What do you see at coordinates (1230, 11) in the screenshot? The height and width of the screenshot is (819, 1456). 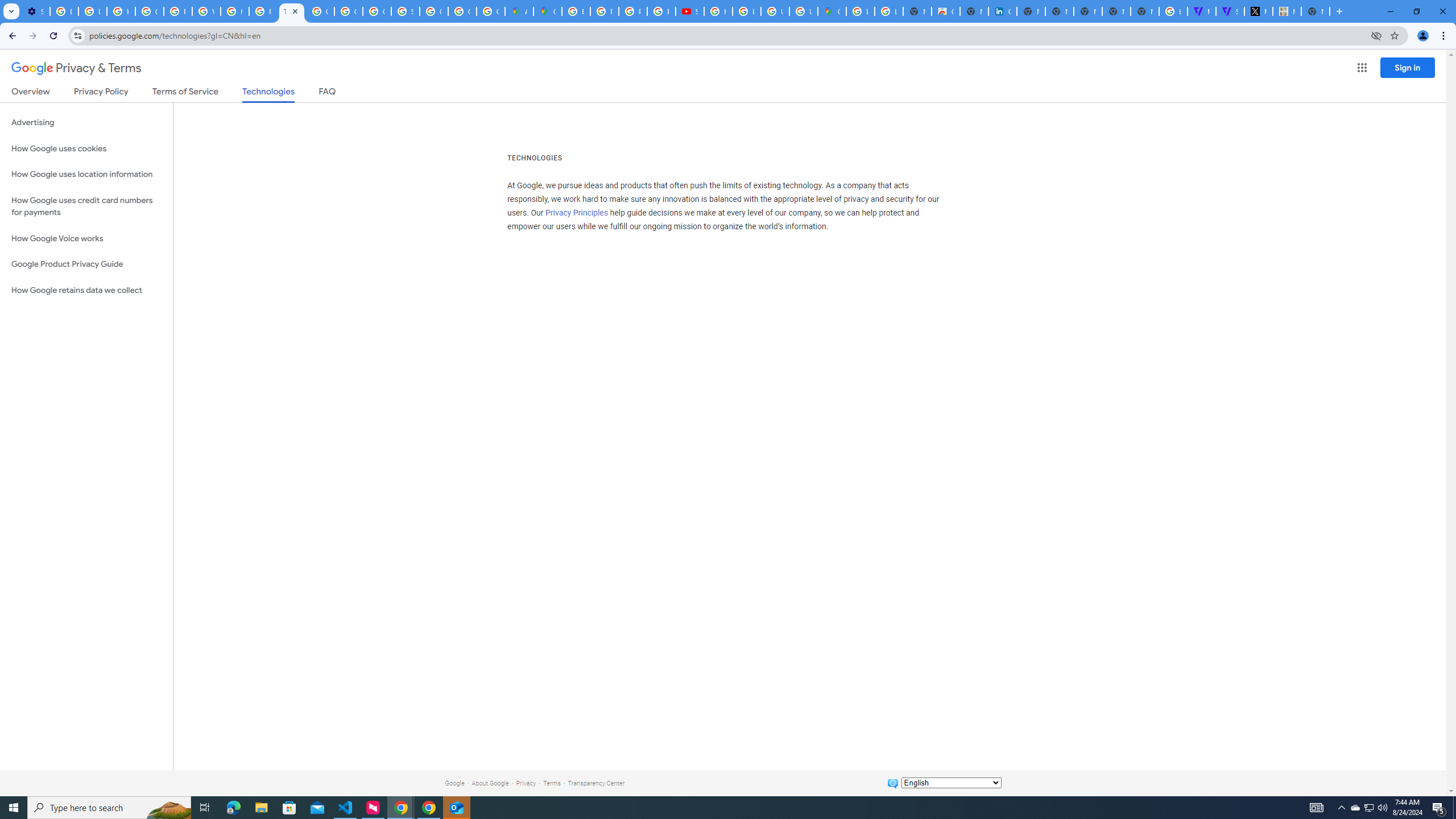 I see `'Streaming - The Verge'` at bounding box center [1230, 11].